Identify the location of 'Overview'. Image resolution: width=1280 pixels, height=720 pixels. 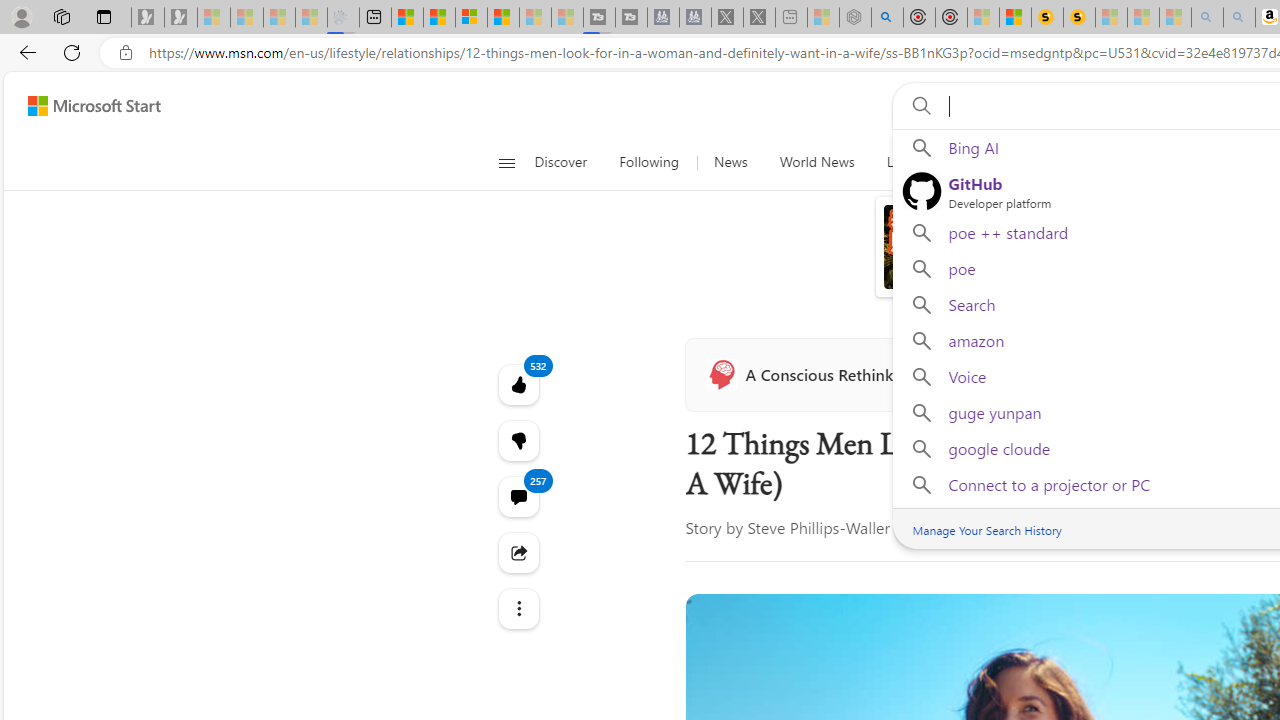
(470, 17).